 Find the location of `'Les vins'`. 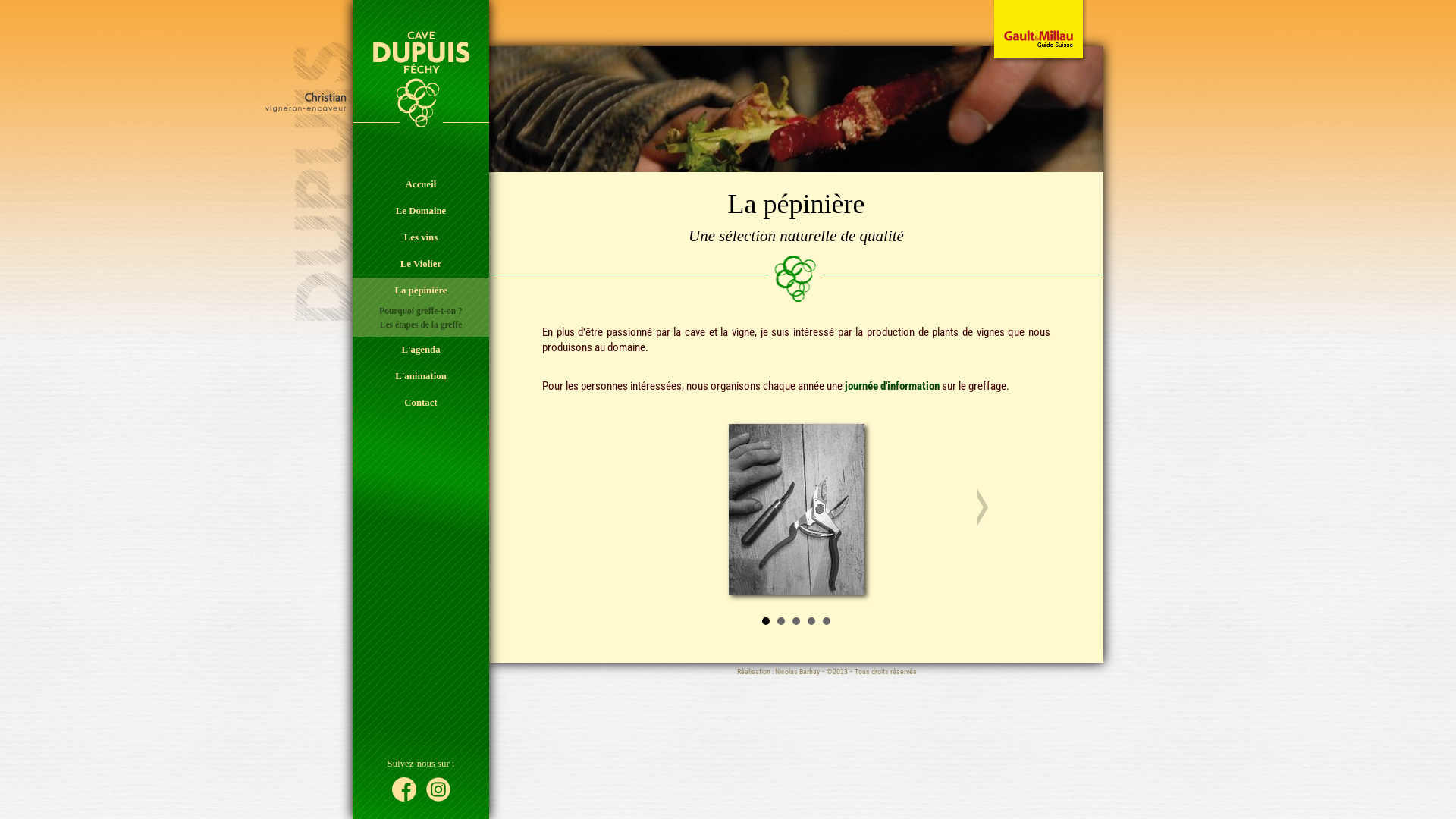

'Les vins' is located at coordinates (421, 237).